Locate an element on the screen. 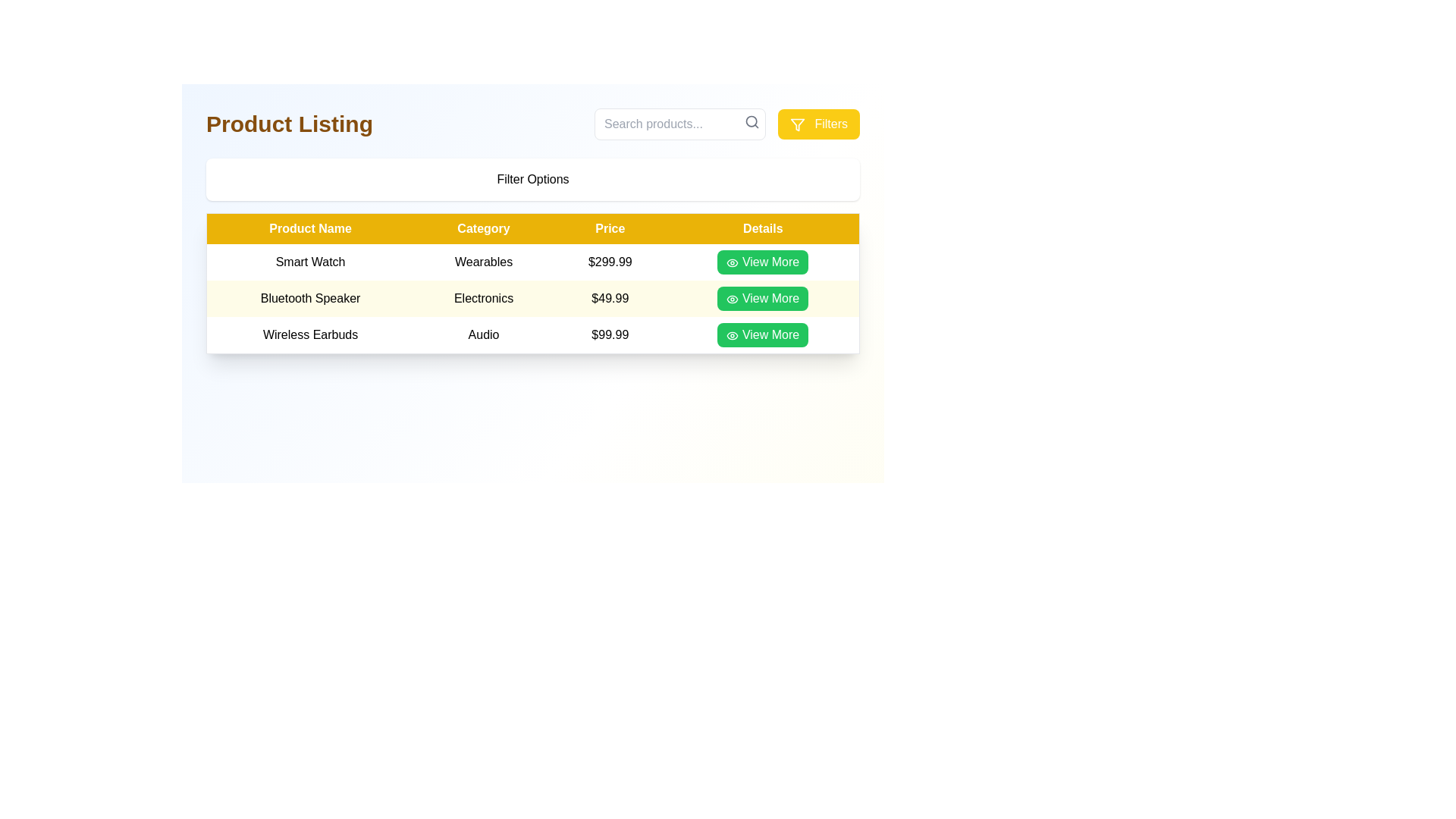 The image size is (1456, 819). the 'Filter Options' text label, which is a bold black header located centrally in the layout area, positioned below the 'Product Listing' title is located at coordinates (532, 178).